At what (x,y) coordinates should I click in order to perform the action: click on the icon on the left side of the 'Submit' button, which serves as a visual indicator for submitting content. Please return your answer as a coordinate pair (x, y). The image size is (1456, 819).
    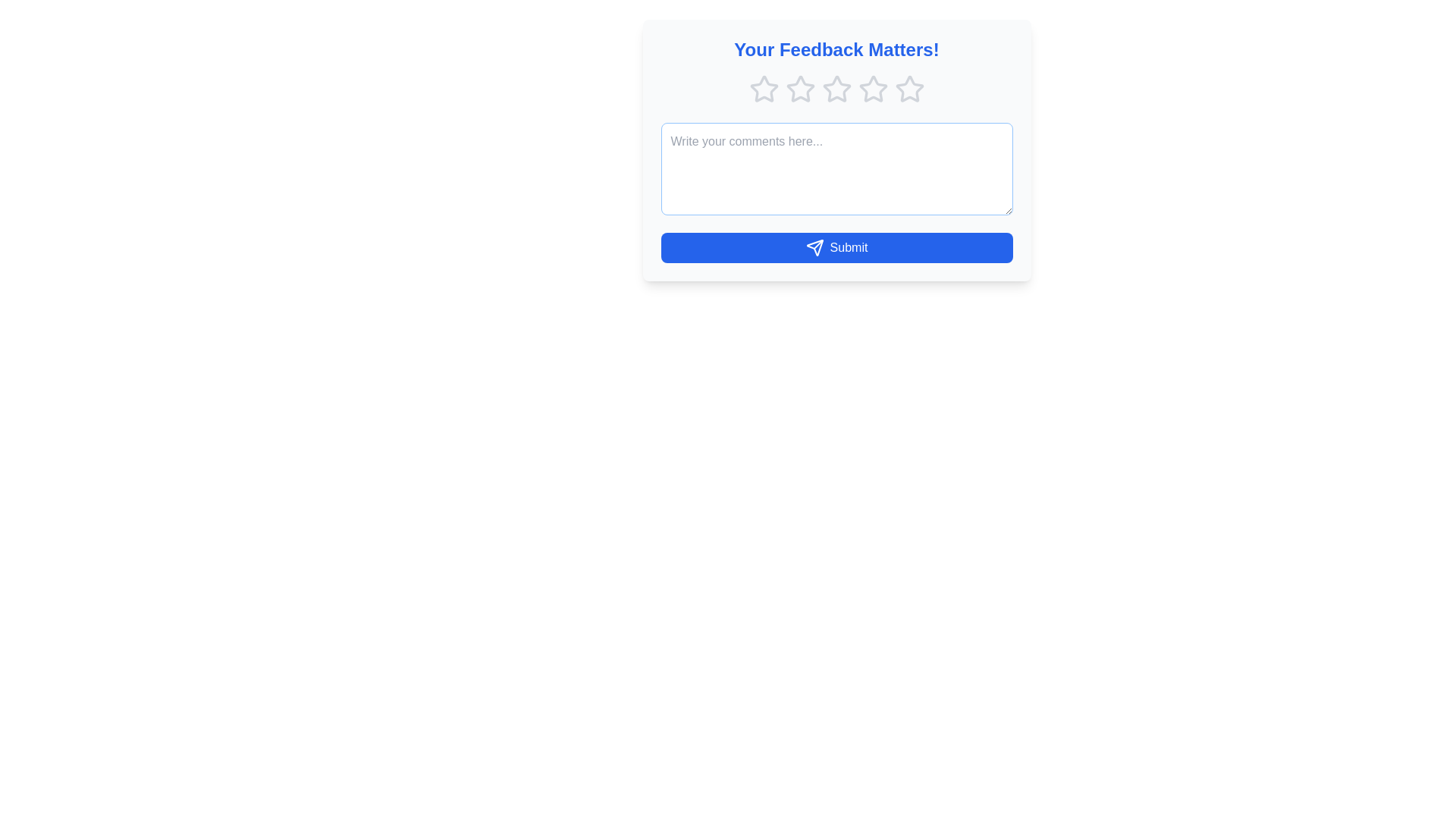
    Looking at the image, I should click on (814, 247).